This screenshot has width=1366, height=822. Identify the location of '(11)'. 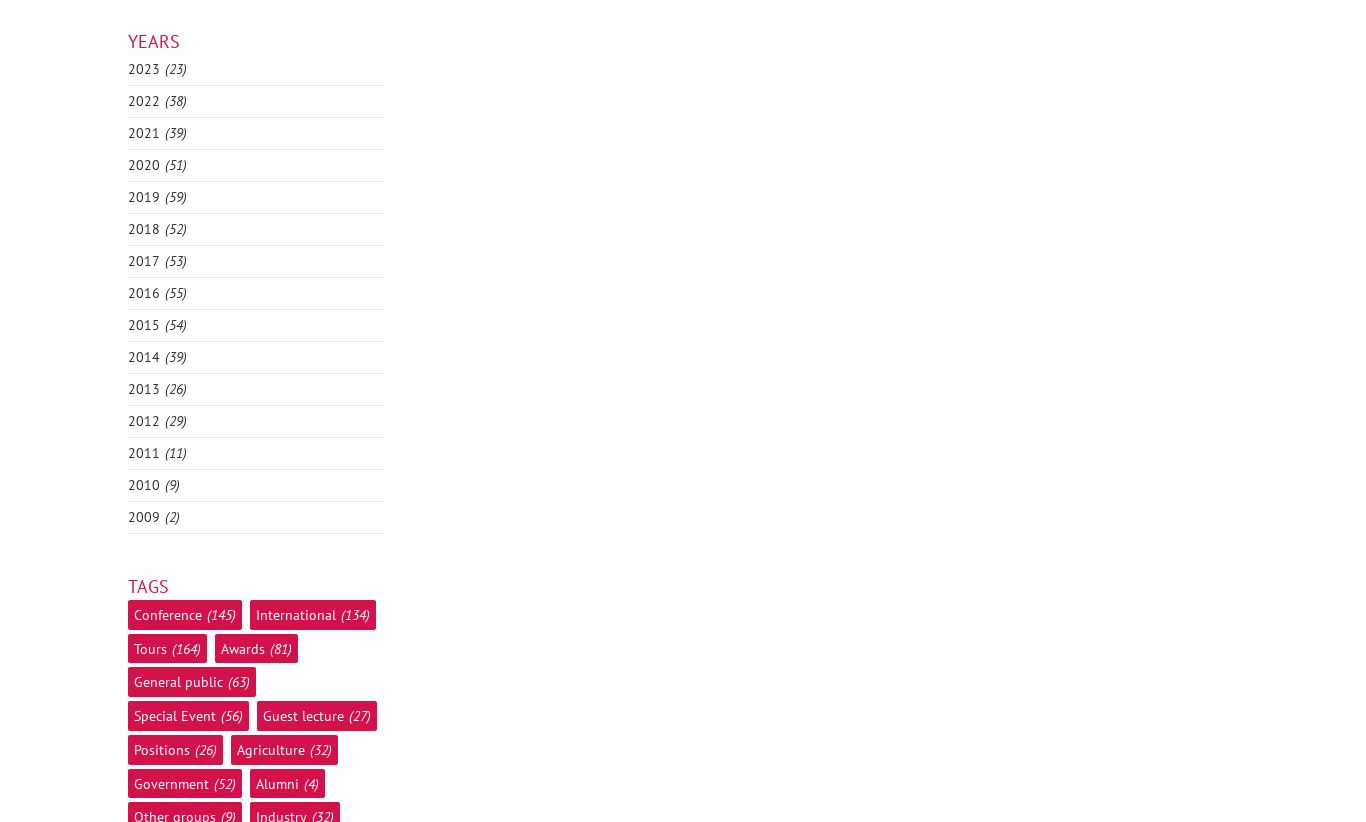
(174, 453).